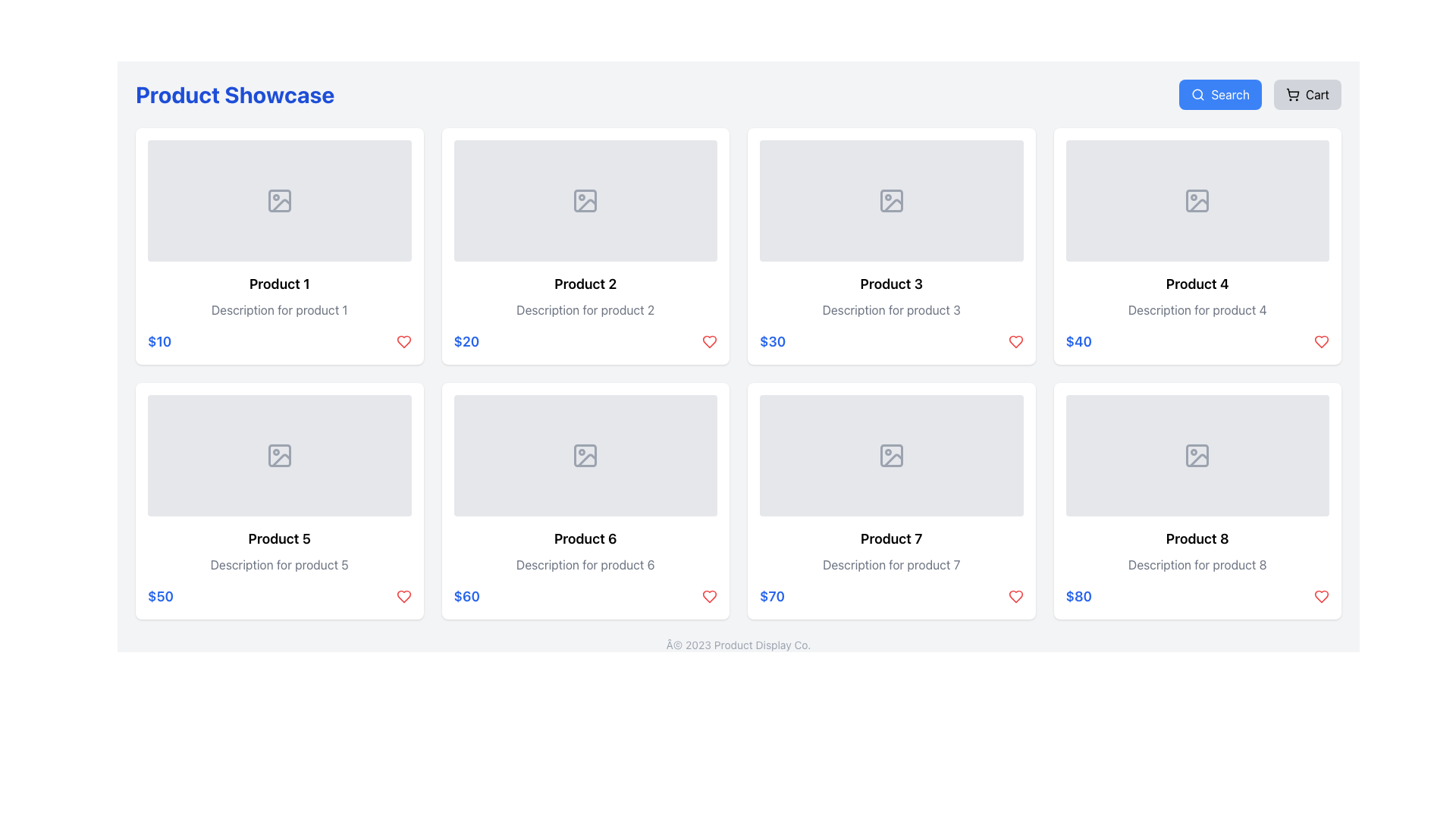 This screenshot has width=1456, height=819. Describe the element at coordinates (1197, 564) in the screenshot. I see `descriptive text label located in the bottom row, fourth column of the product grid, positioned below the title 'Product 8' and above the displayed price '$80'` at that location.